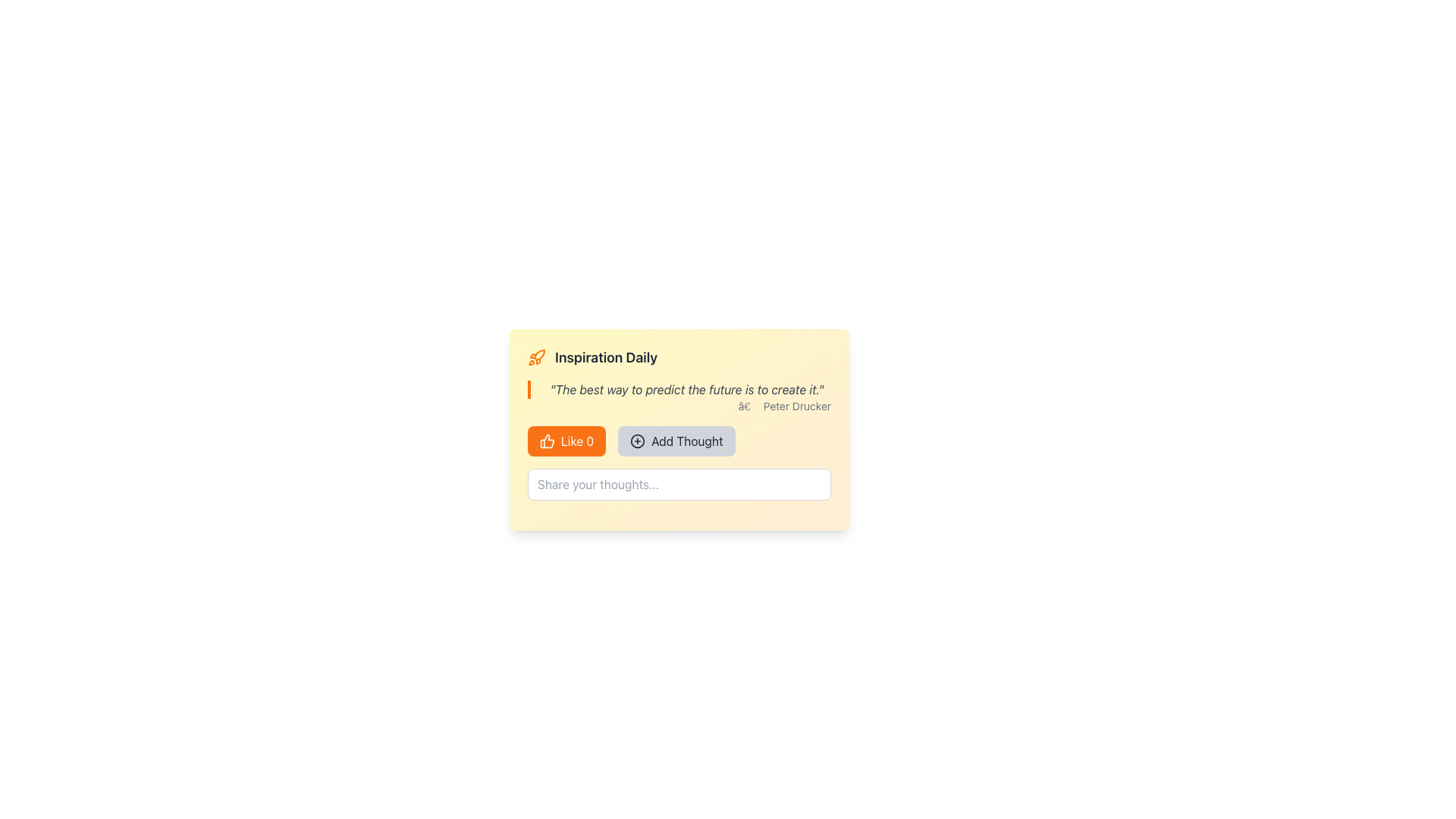 This screenshot has width=1456, height=819. What do you see at coordinates (537, 357) in the screenshot?
I see `the orange rocket-shaped icon located to the far left of the 'Inspiration Daily' heading text` at bounding box center [537, 357].